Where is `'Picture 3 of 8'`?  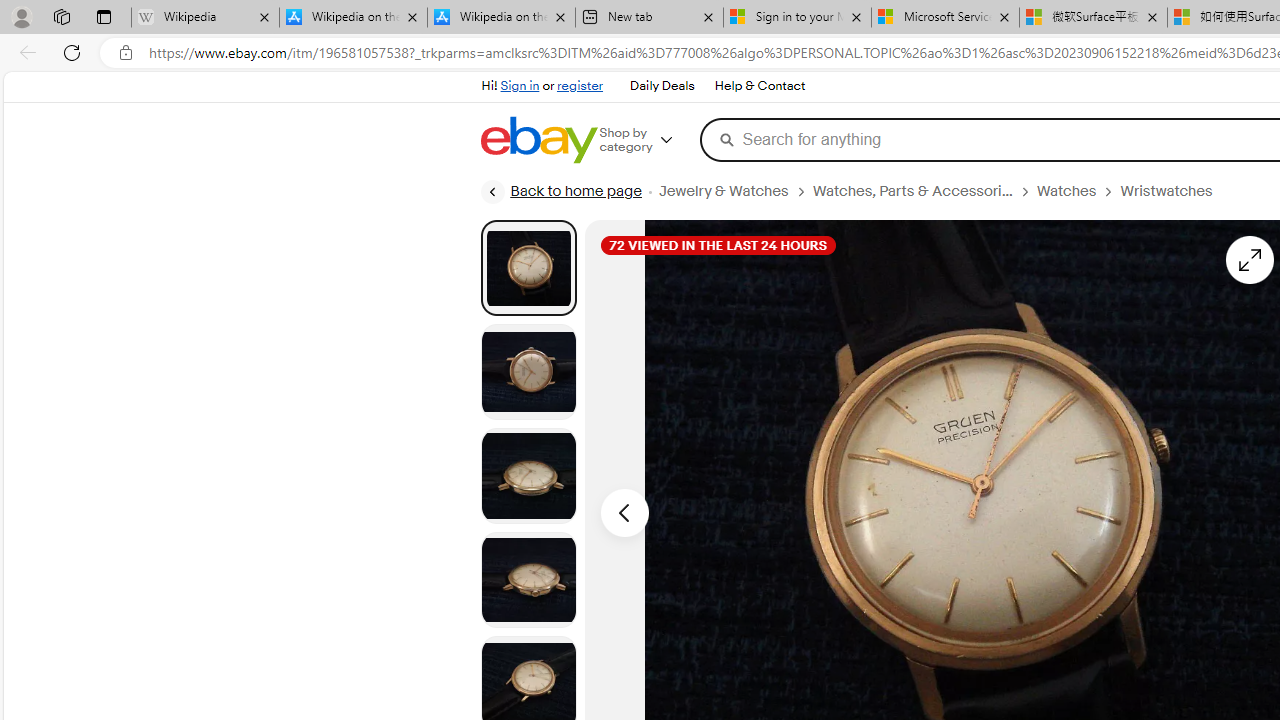 'Picture 3 of 8' is located at coordinates (528, 475).